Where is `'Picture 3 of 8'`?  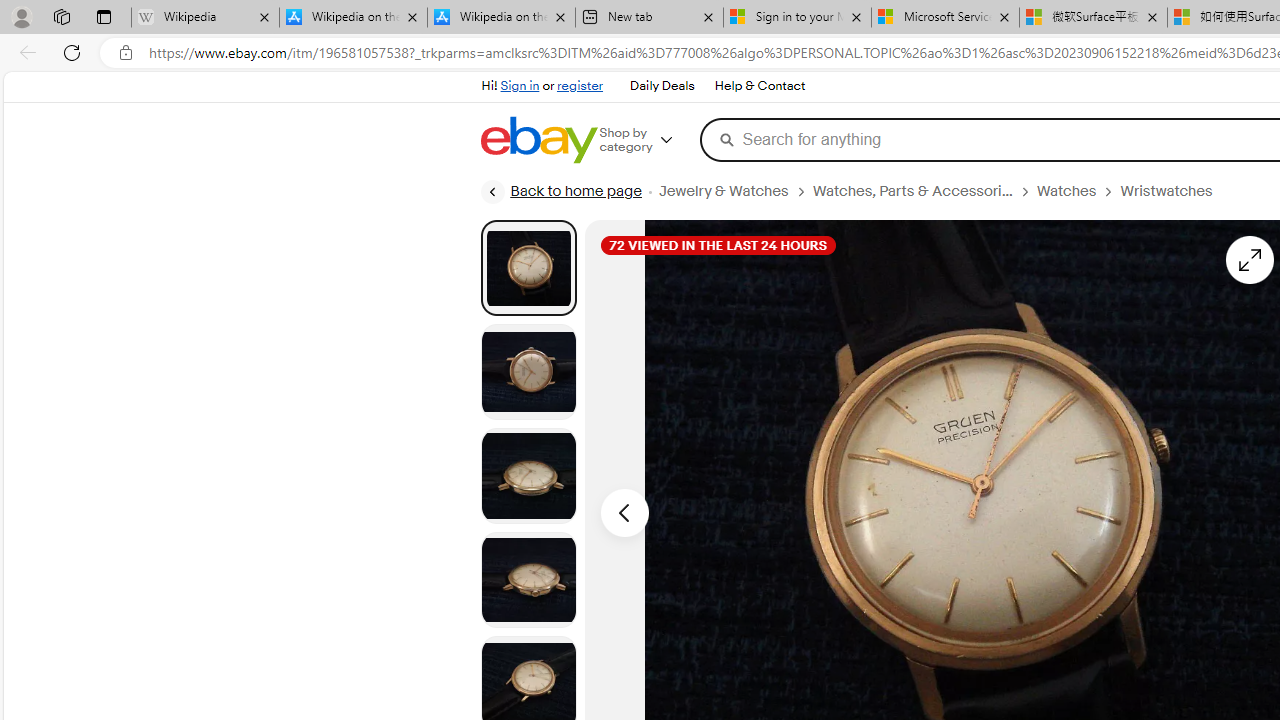 'Picture 3 of 8' is located at coordinates (528, 475).